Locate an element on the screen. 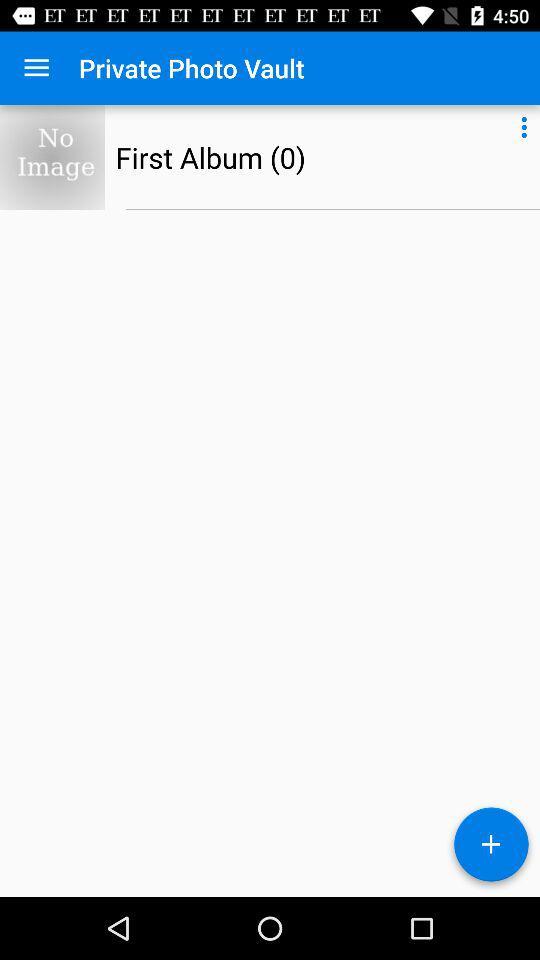 The image size is (540, 960). item next to first album (0) is located at coordinates (524, 123).